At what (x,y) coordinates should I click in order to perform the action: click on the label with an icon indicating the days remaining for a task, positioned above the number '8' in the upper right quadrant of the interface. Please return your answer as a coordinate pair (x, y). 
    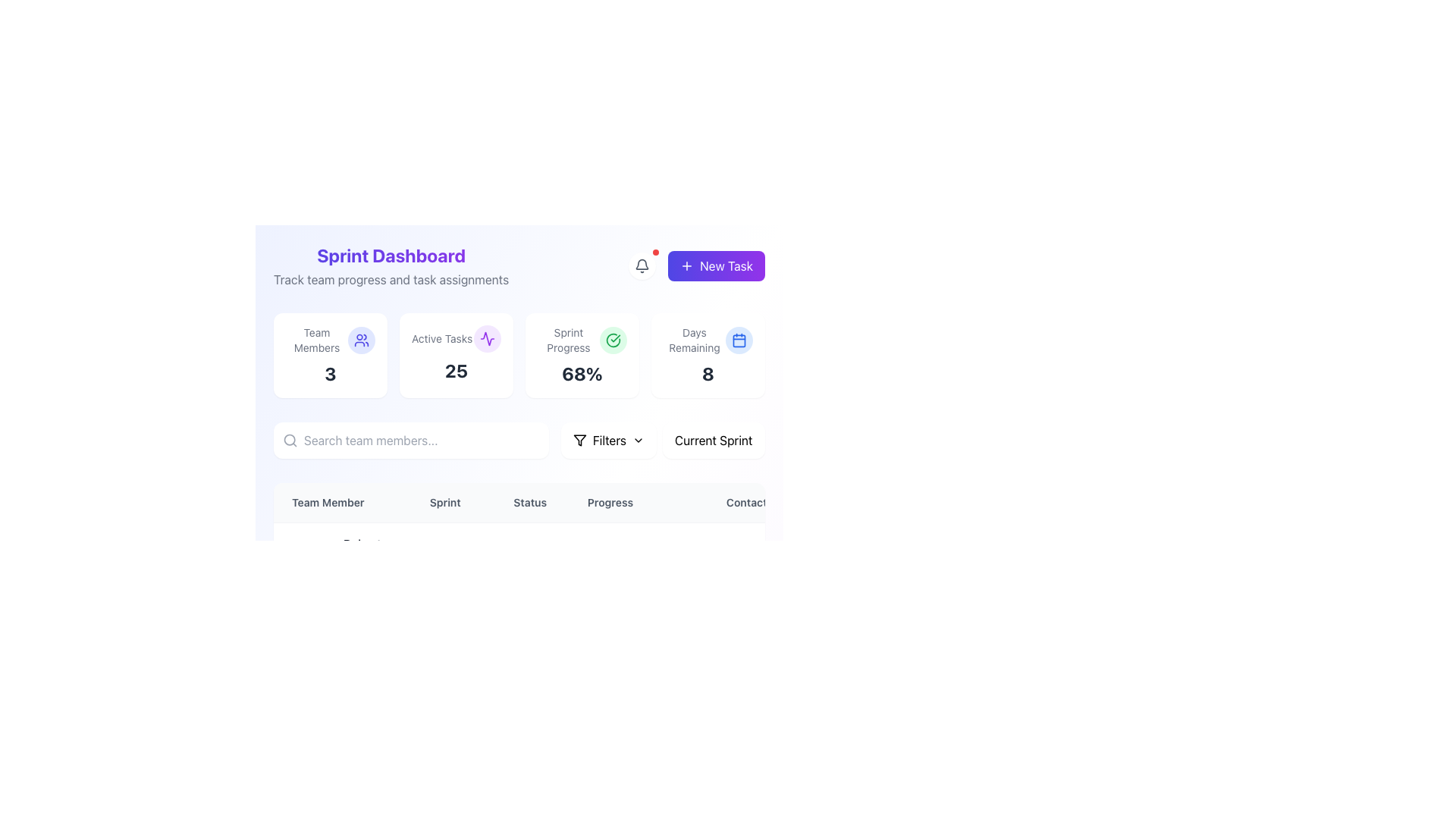
    Looking at the image, I should click on (708, 339).